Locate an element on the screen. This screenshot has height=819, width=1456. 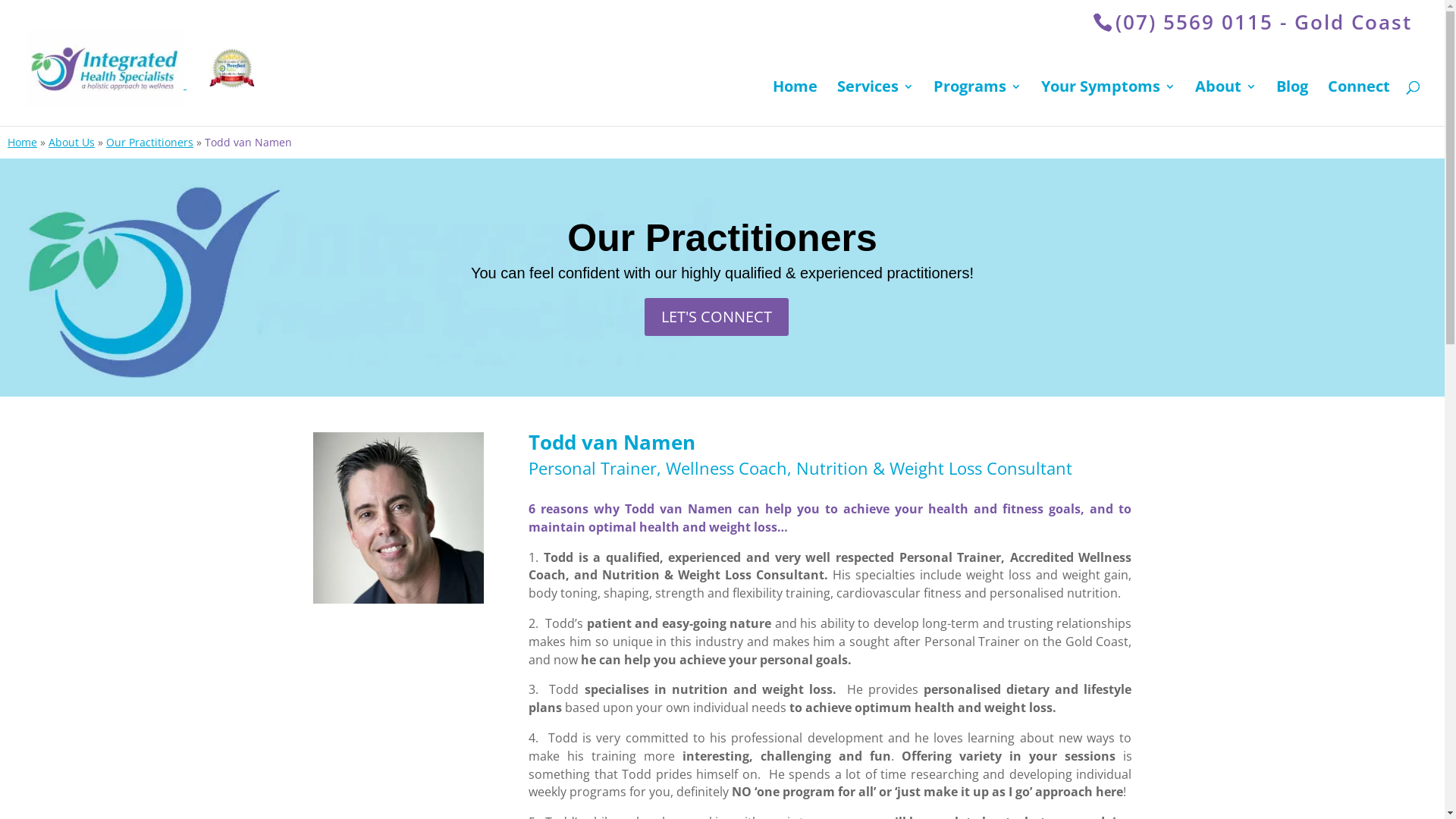
'Our Practitioners' is located at coordinates (105, 142).